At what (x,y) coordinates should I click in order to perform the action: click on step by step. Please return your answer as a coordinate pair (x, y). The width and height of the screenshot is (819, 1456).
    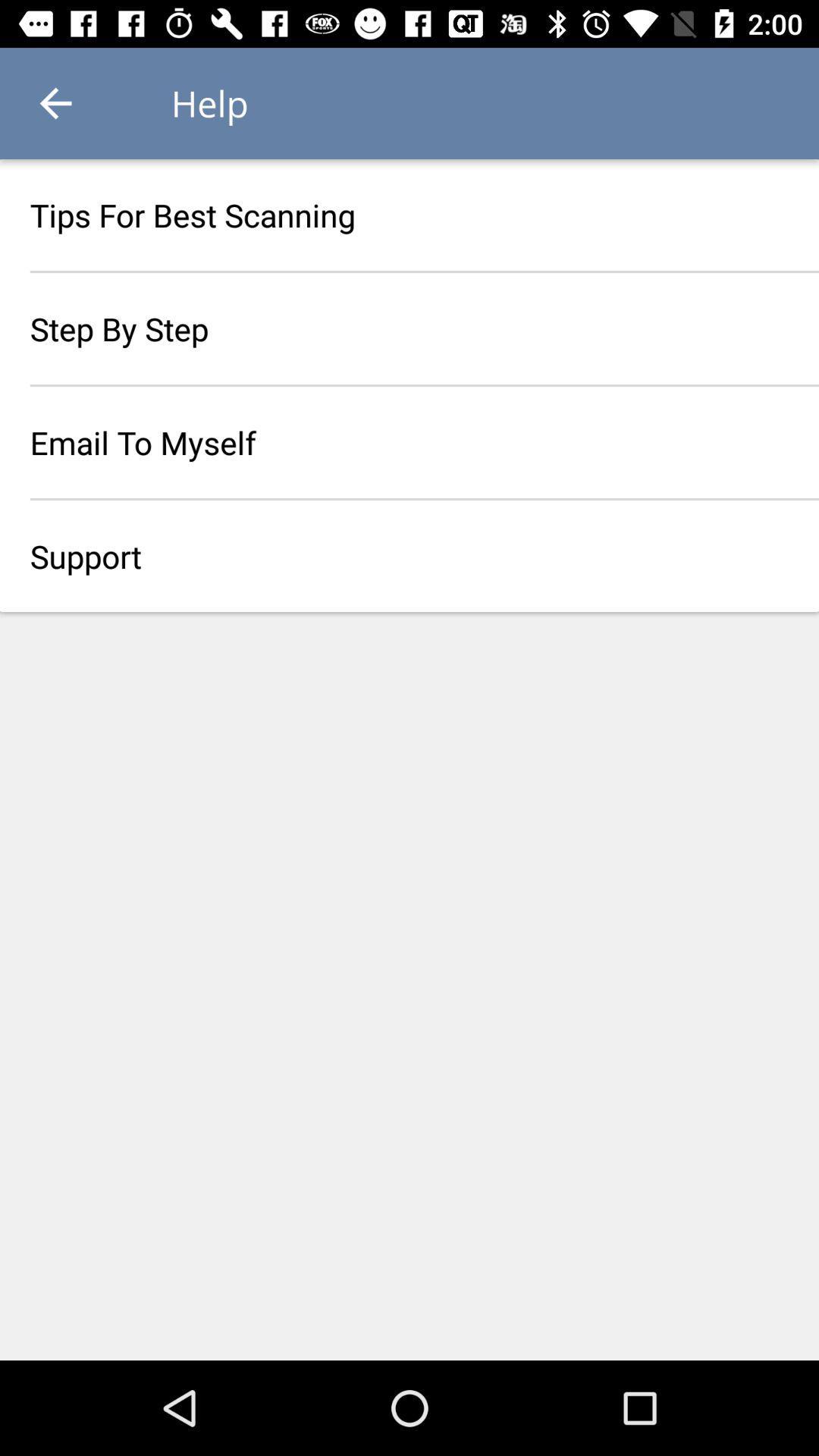
    Looking at the image, I should click on (409, 328).